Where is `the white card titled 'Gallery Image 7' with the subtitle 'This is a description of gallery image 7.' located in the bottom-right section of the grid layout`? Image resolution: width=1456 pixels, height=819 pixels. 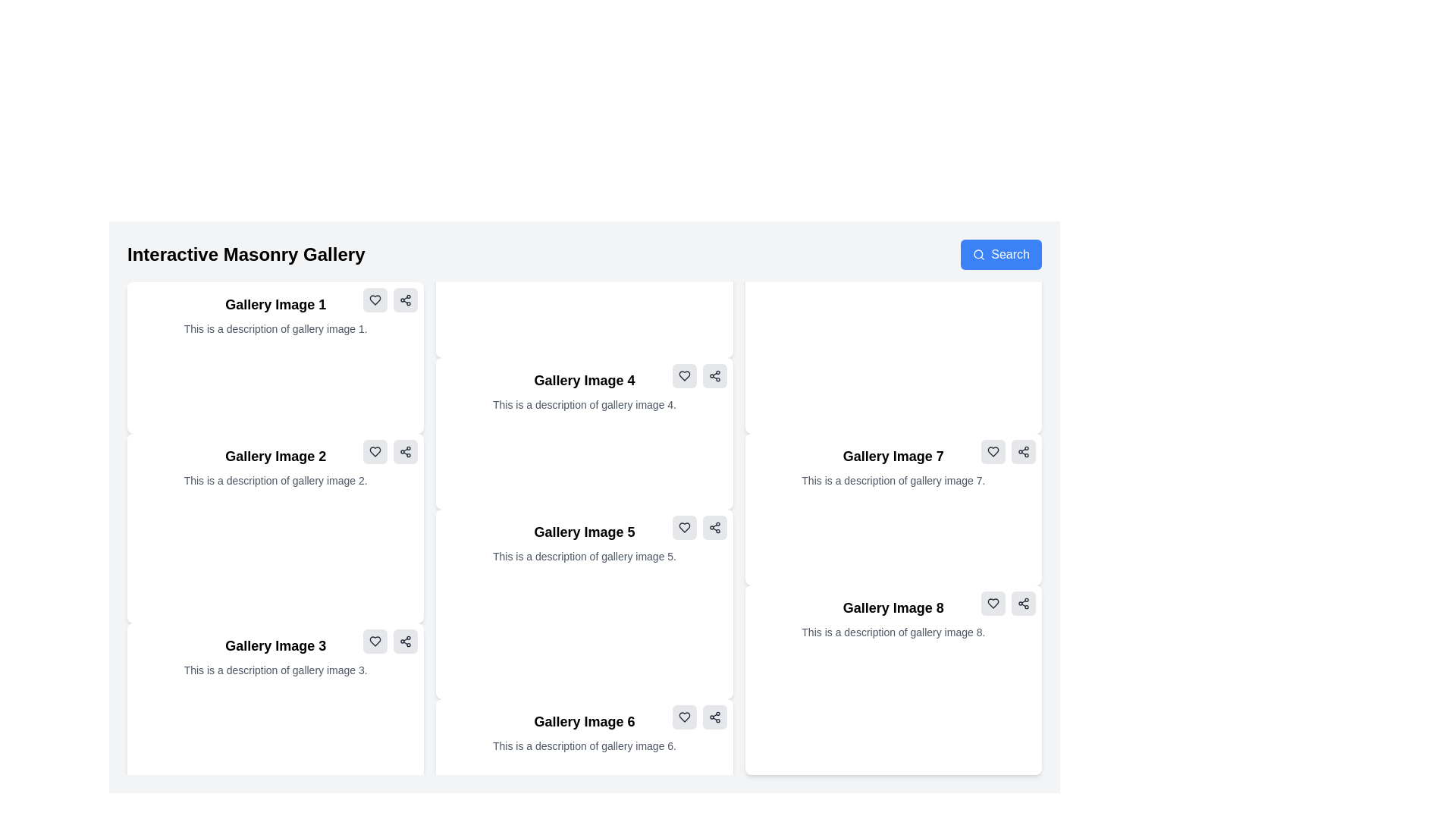 the white card titled 'Gallery Image 7' with the subtitle 'This is a description of gallery image 7.' located in the bottom-right section of the grid layout is located at coordinates (893, 509).